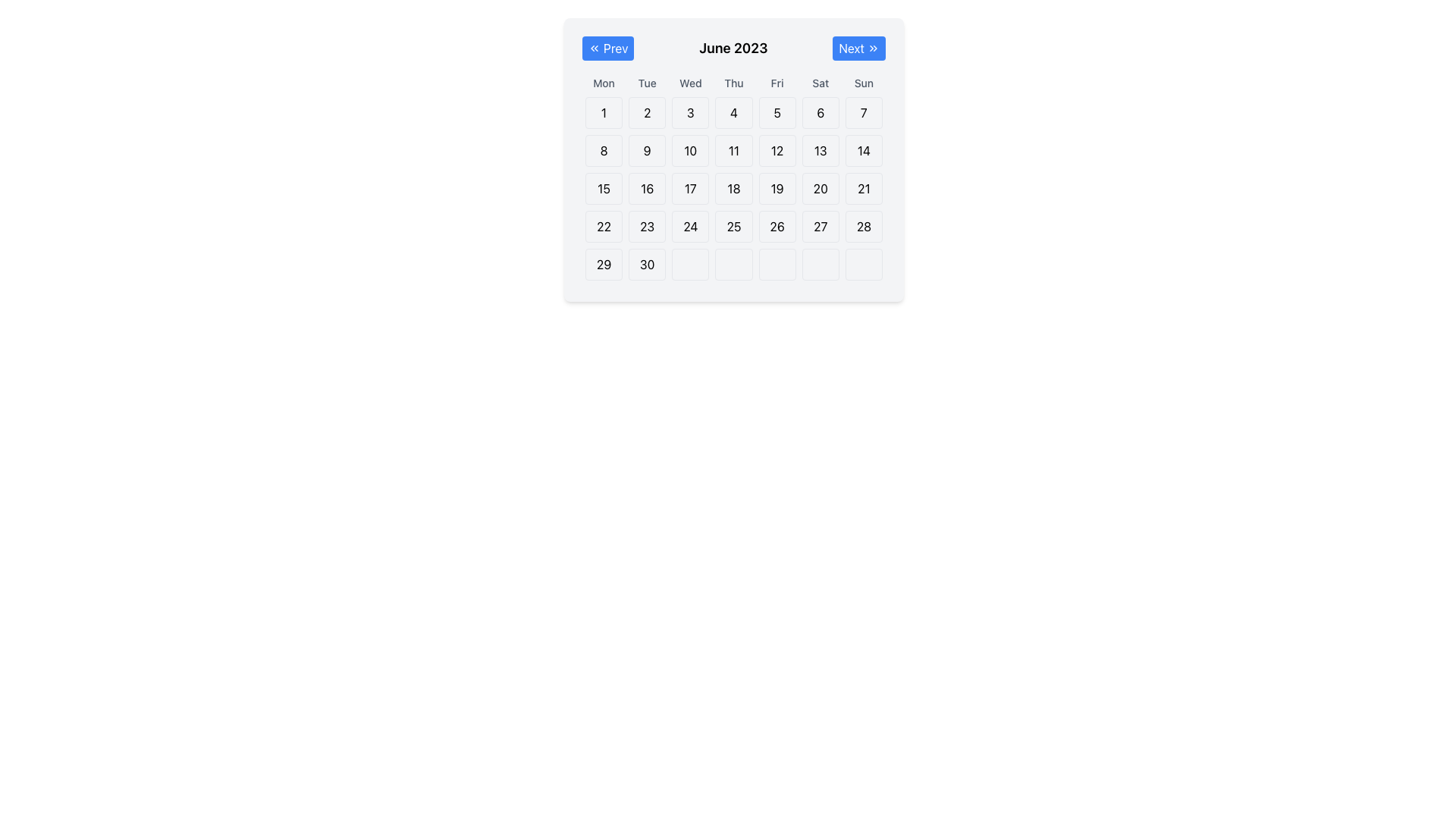 The image size is (1456, 819). What do you see at coordinates (874, 48) in the screenshot?
I see `the rightward-pointing double-chevron icon with a blue background located inside the 'Next' button on the calendar view for accessibility` at bounding box center [874, 48].